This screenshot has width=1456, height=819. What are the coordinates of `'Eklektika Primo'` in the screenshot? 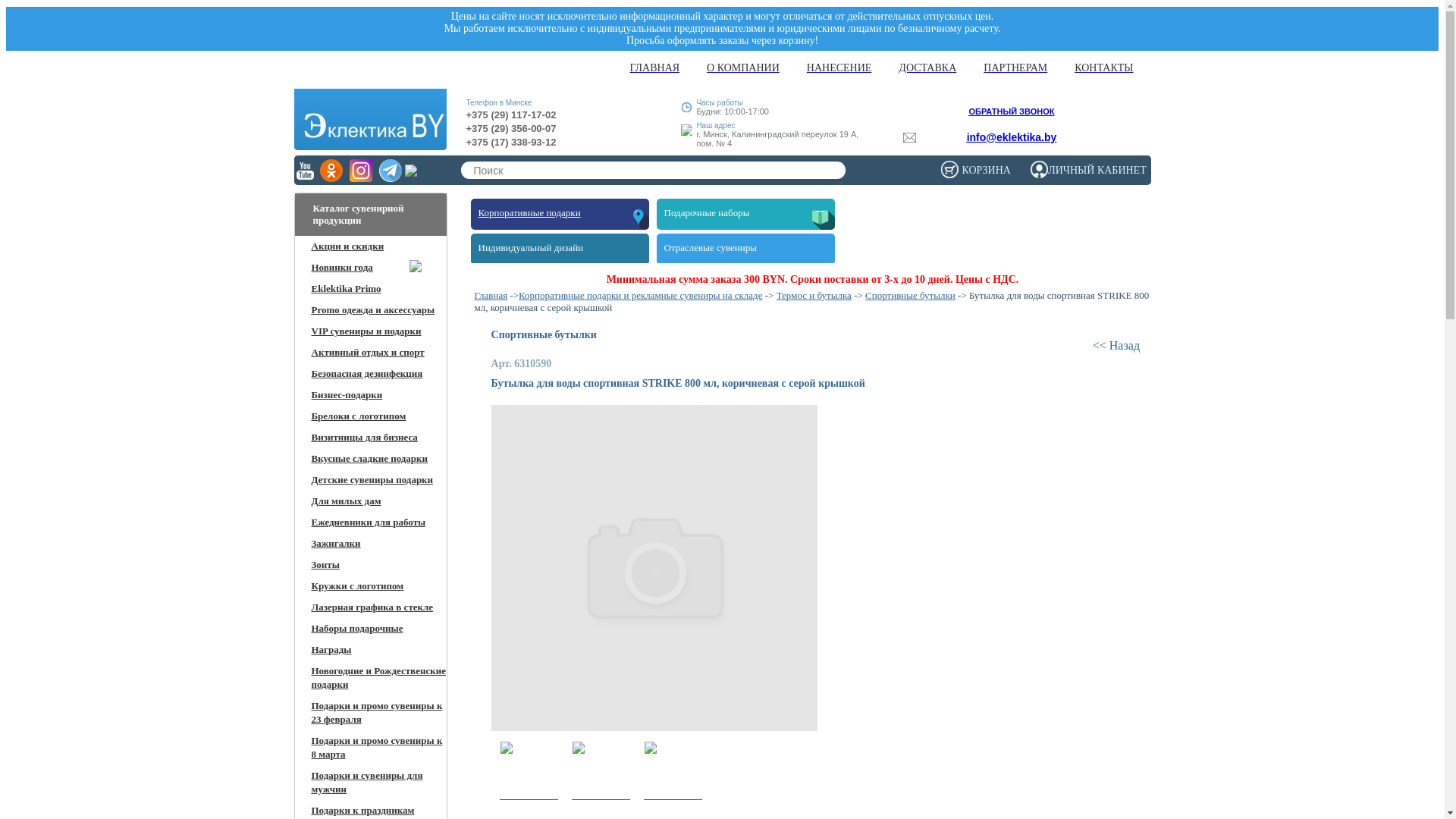 It's located at (345, 288).